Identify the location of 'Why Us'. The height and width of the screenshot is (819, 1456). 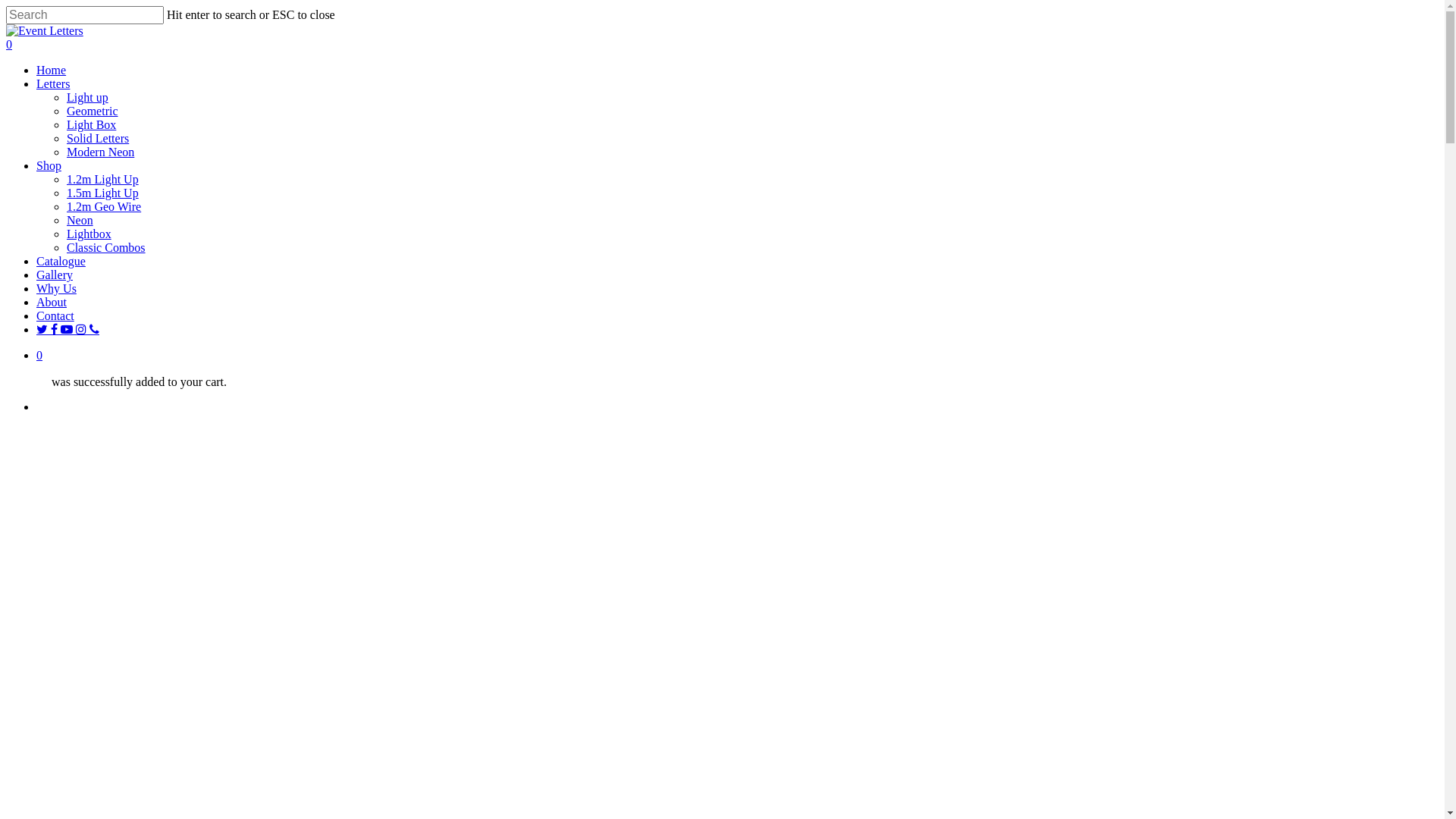
(56, 288).